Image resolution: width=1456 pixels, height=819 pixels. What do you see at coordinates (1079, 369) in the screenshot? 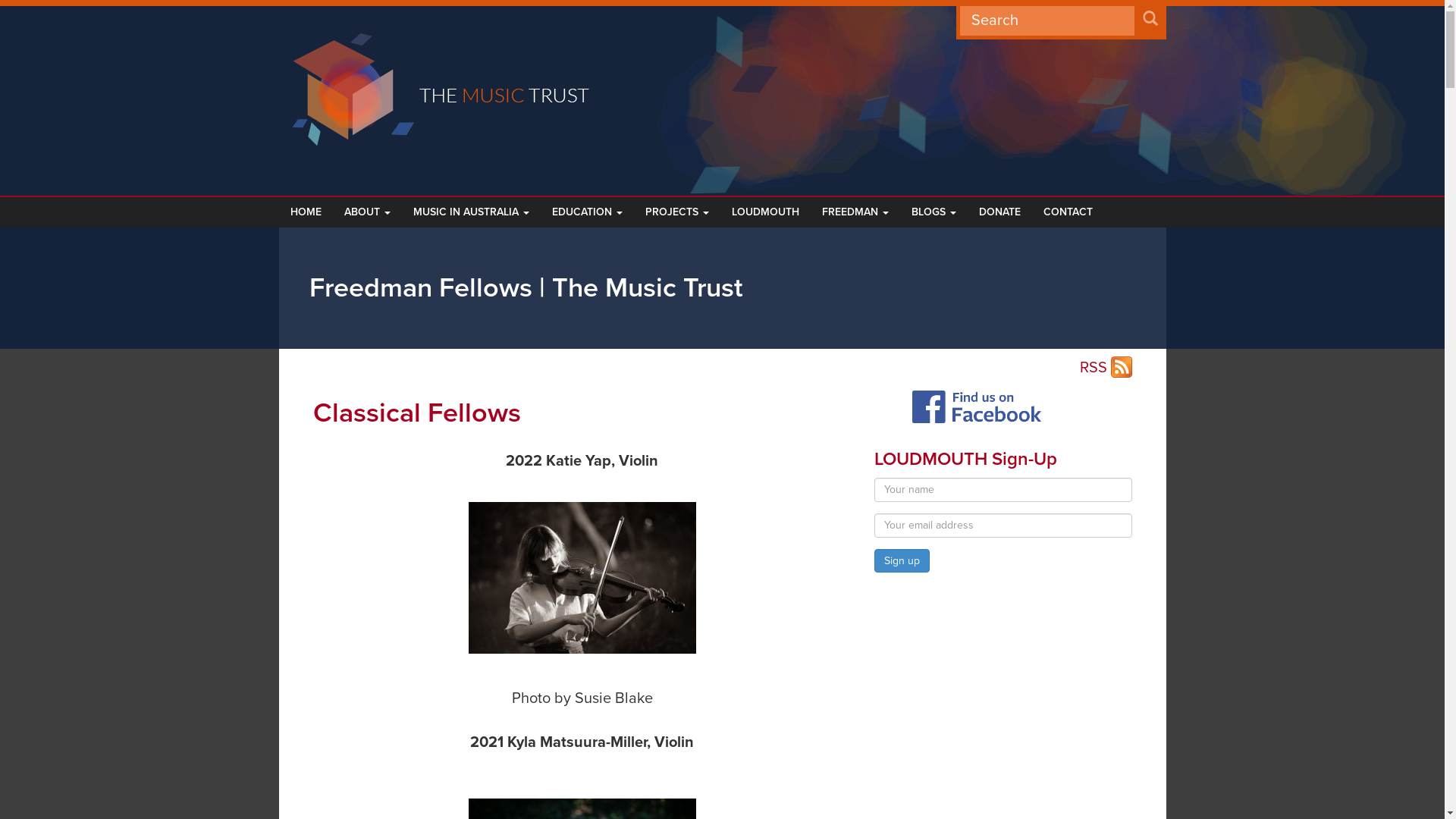
I see `'RSS'` at bounding box center [1079, 369].